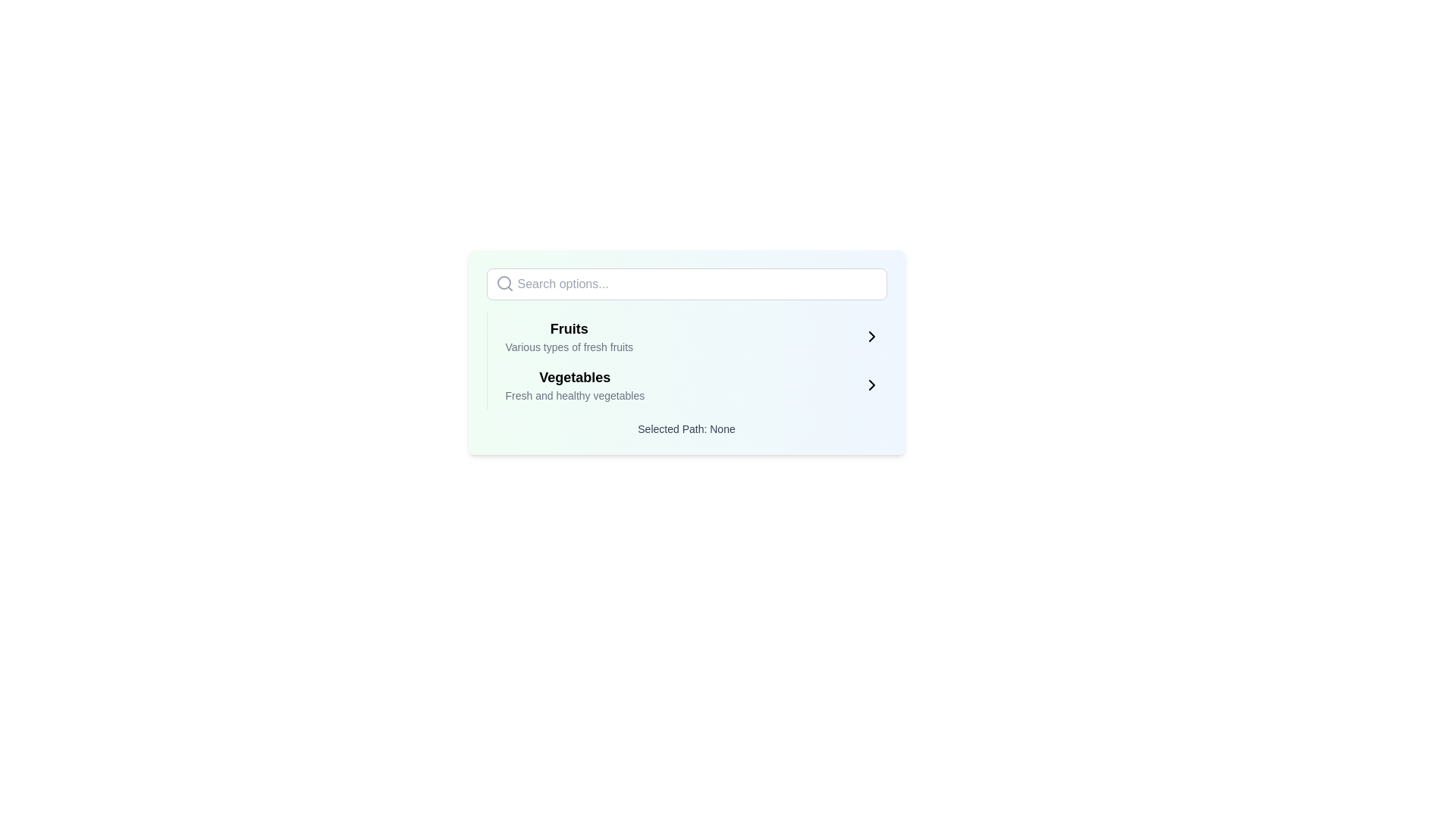  Describe the element at coordinates (568, 347) in the screenshot. I see `the descriptive text label located below the 'Fruits' heading, which provides additional information about the category` at that location.